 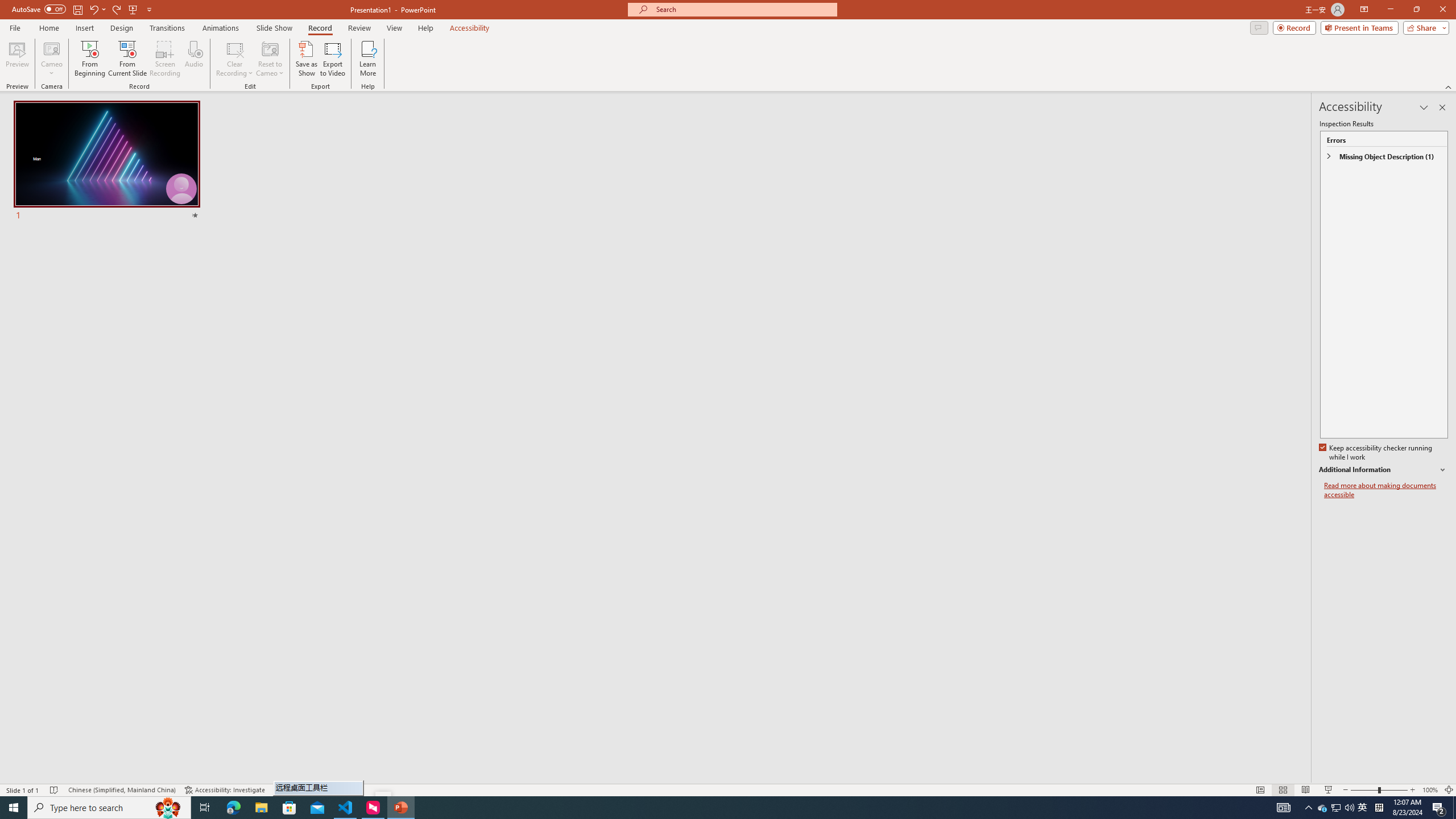 What do you see at coordinates (269, 59) in the screenshot?
I see `'Reset to Cameo'` at bounding box center [269, 59].